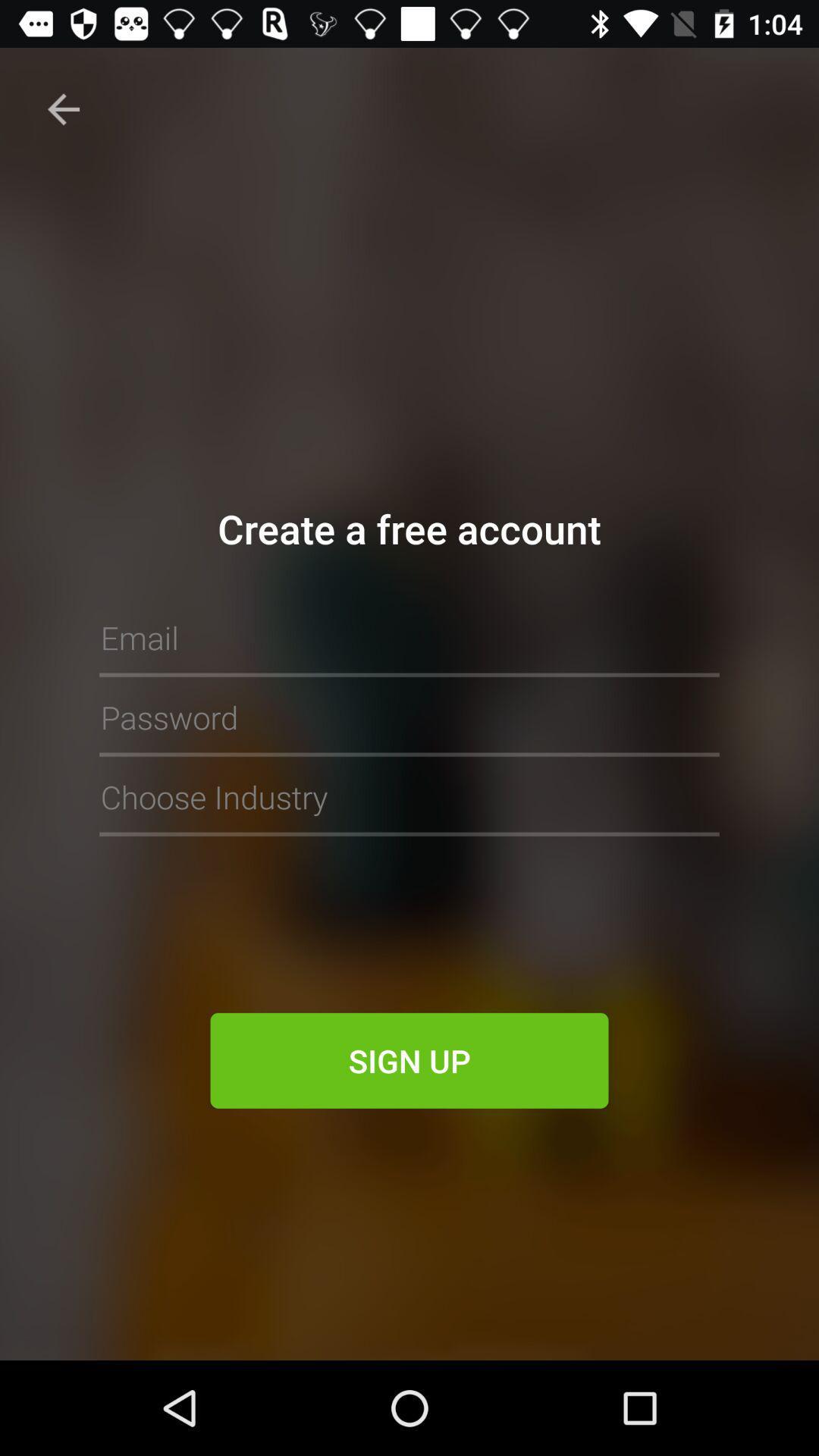  I want to click on back, so click(63, 108).